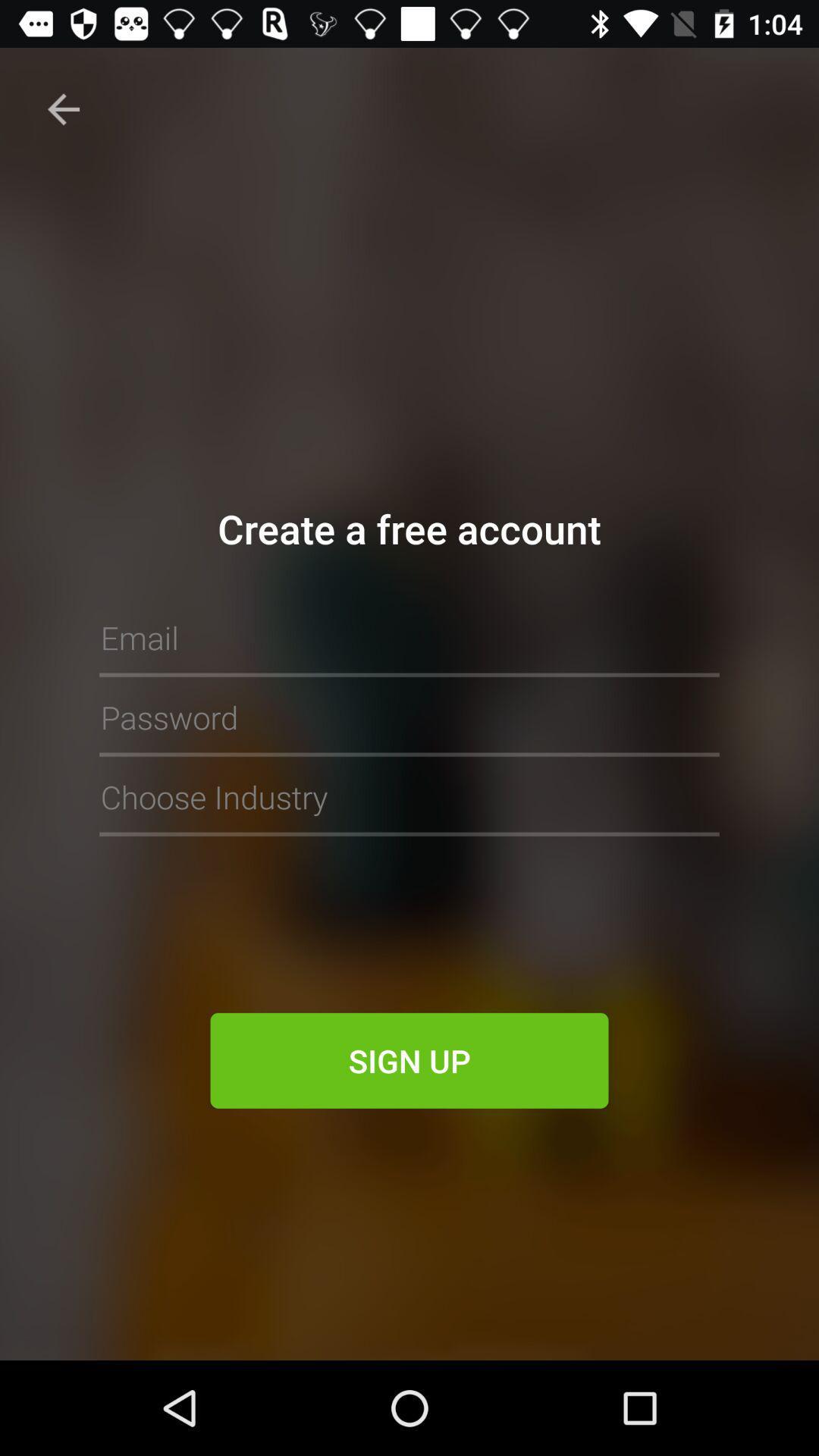  I want to click on back, so click(63, 108).